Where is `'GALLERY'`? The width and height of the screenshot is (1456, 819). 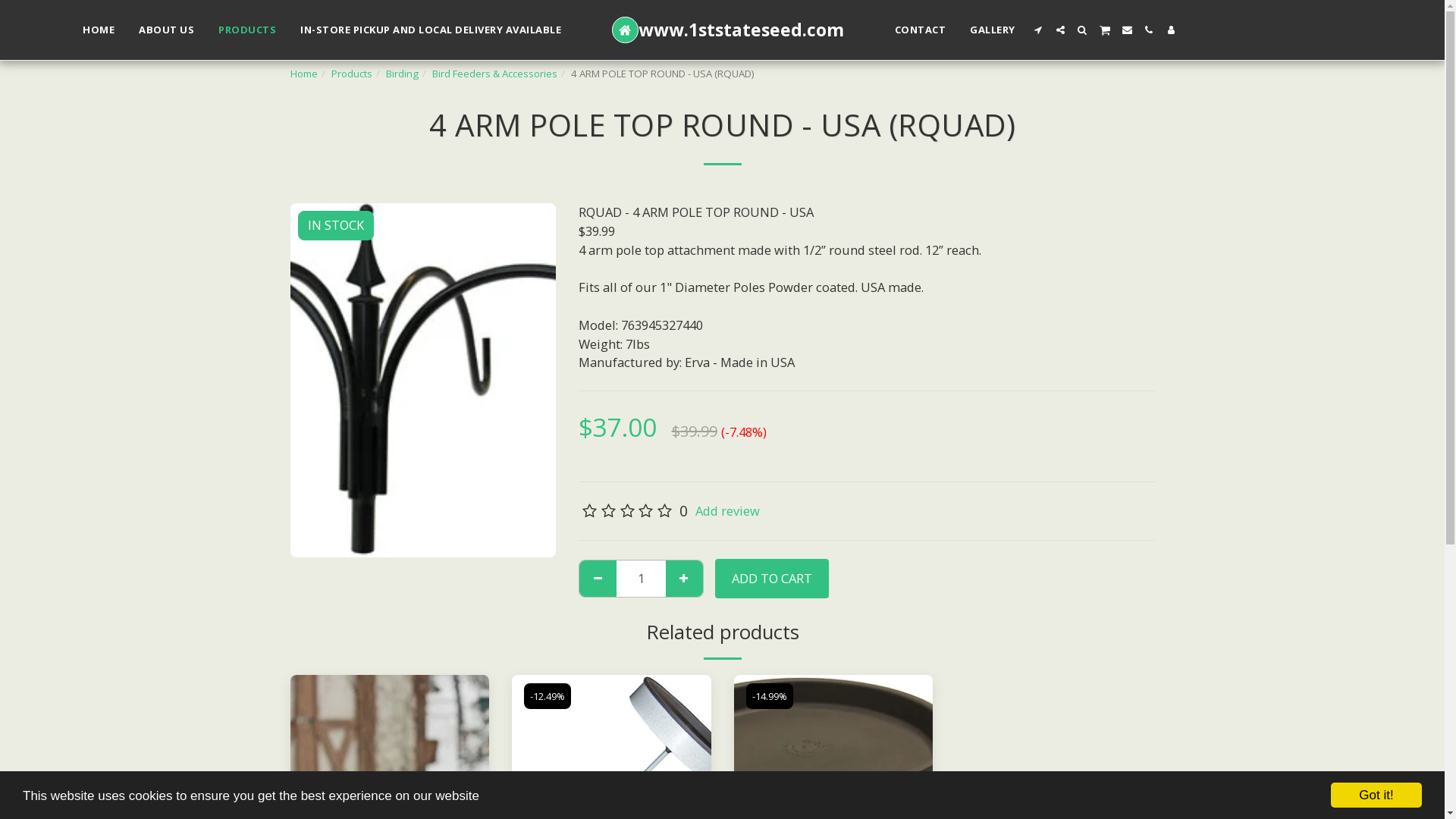
'GALLERY' is located at coordinates (993, 29).